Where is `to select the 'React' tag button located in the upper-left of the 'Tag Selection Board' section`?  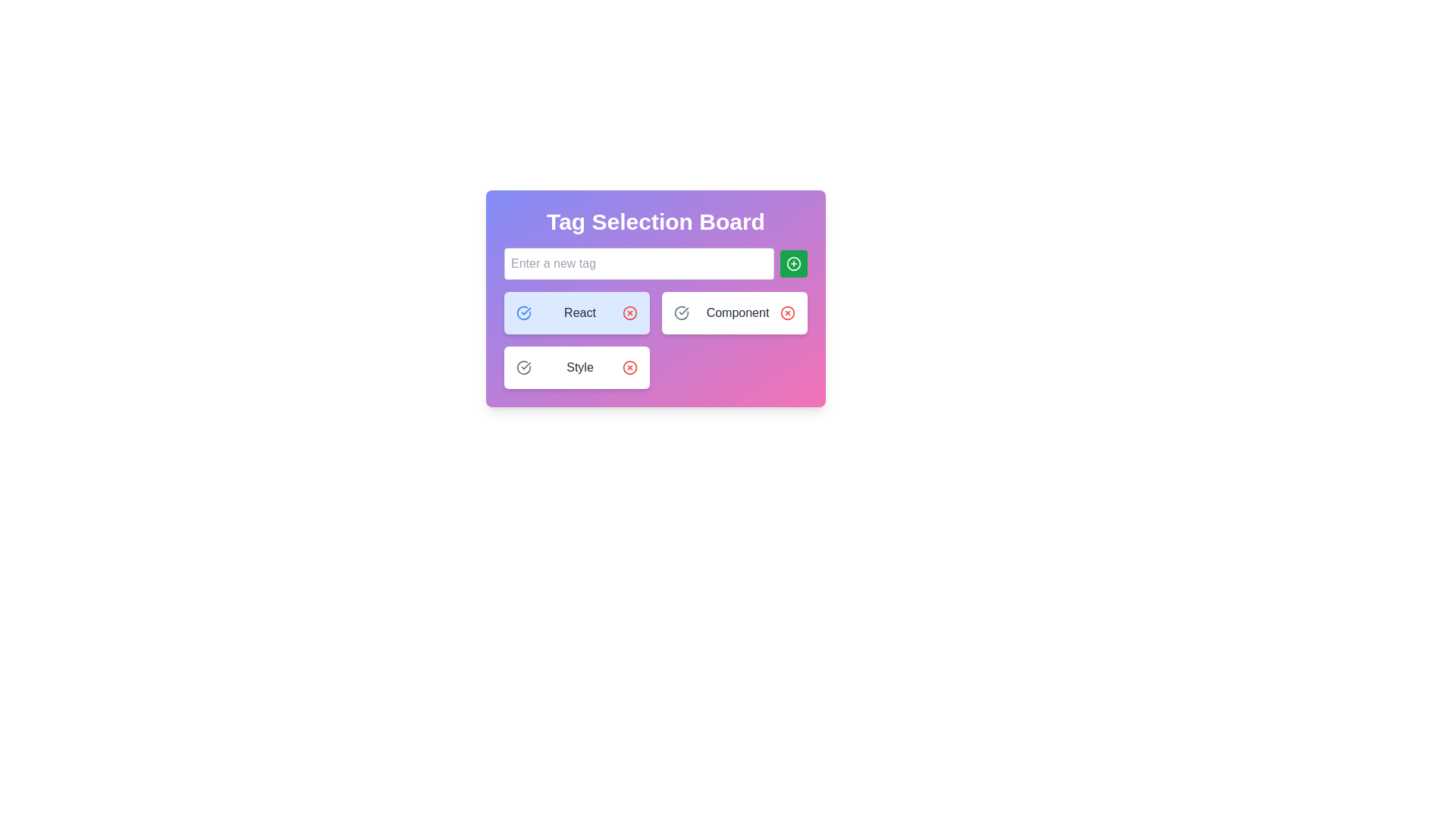
to select the 'React' tag button located in the upper-left of the 'Tag Selection Board' section is located at coordinates (576, 312).